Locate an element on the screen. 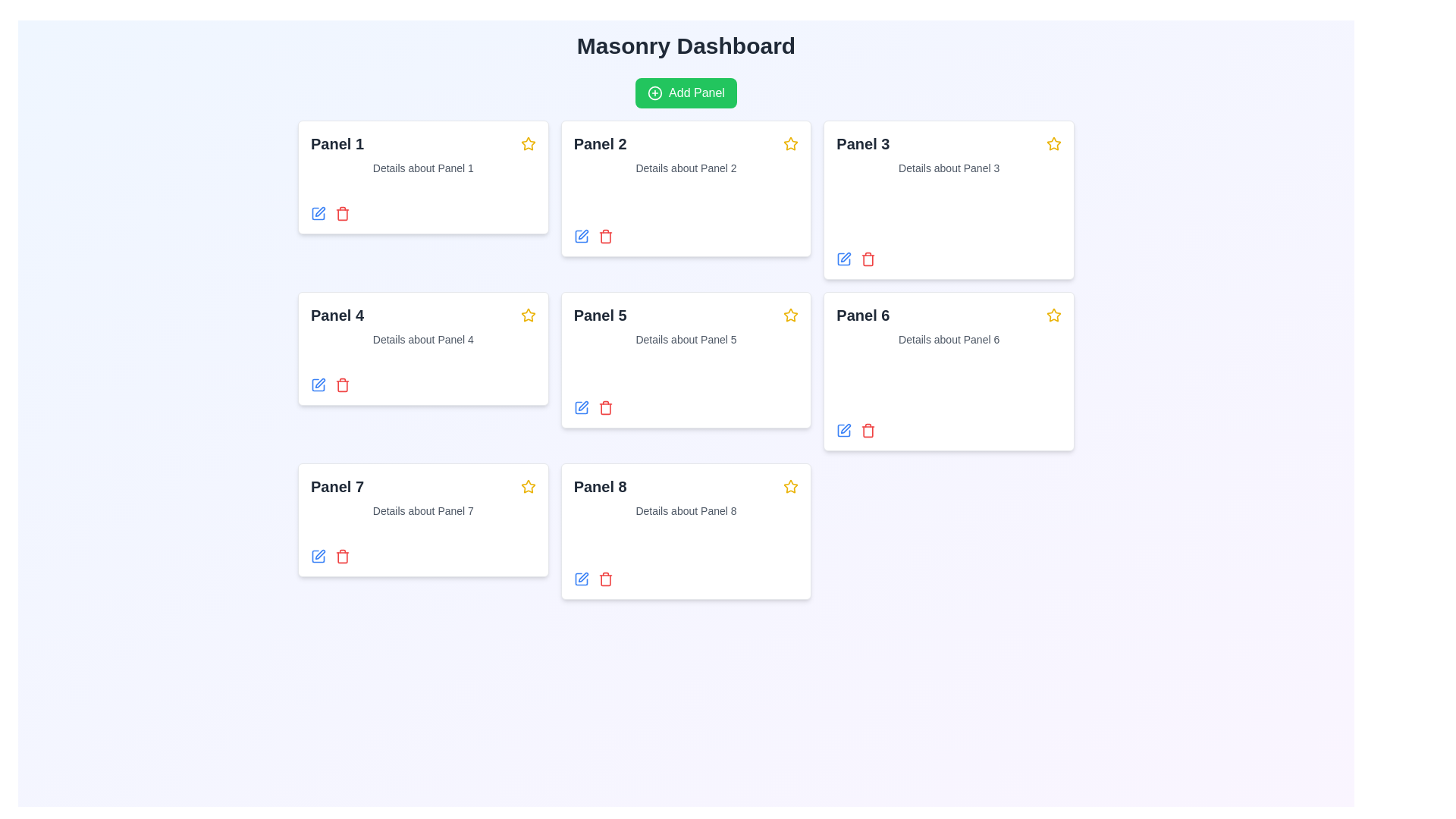  the bold text label displaying 'Panel 4', which is styled in dark gray and located in the upper-left region of its card element is located at coordinates (337, 315).